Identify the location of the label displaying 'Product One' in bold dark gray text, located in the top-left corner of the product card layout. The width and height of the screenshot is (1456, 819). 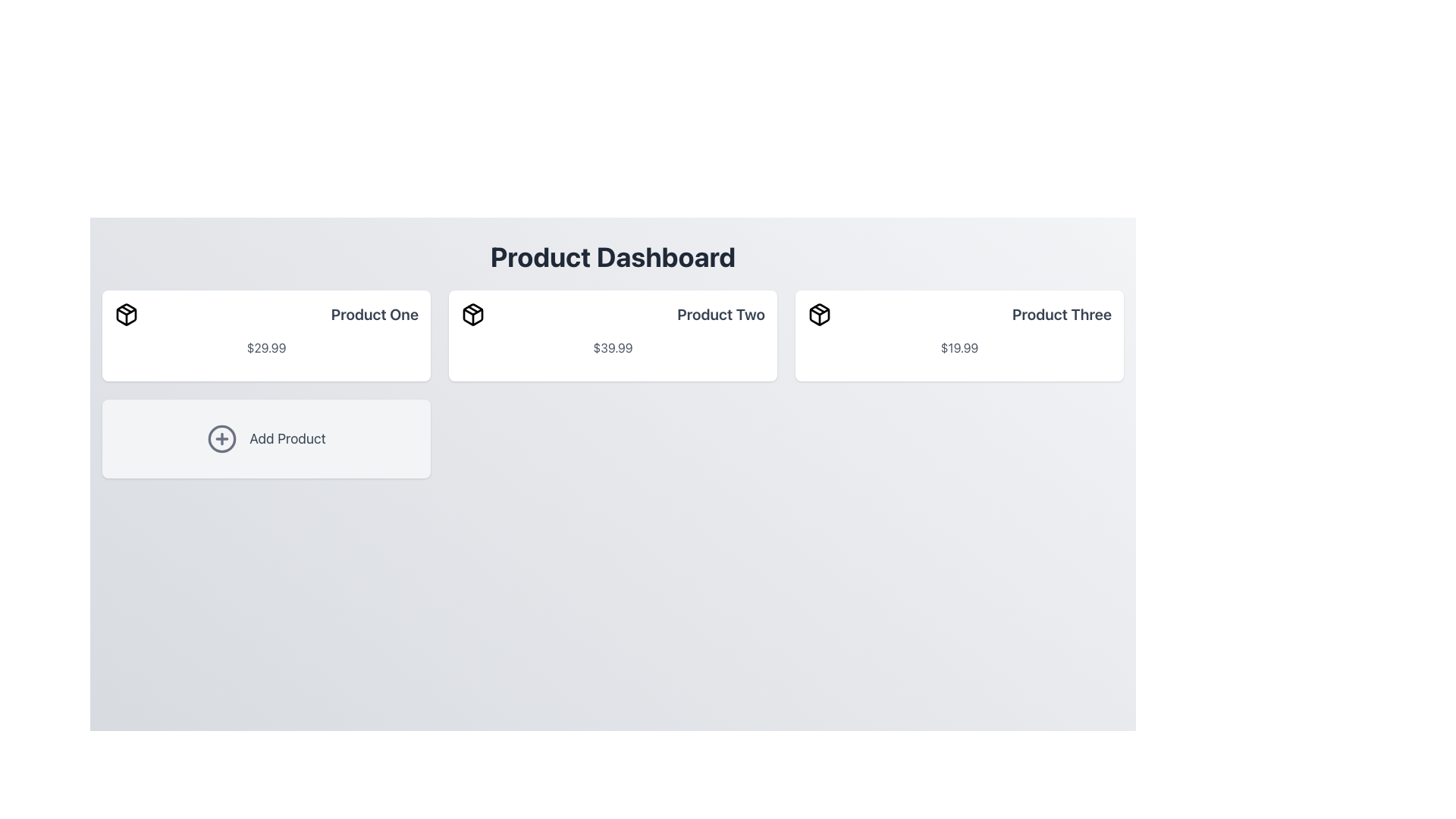
(375, 314).